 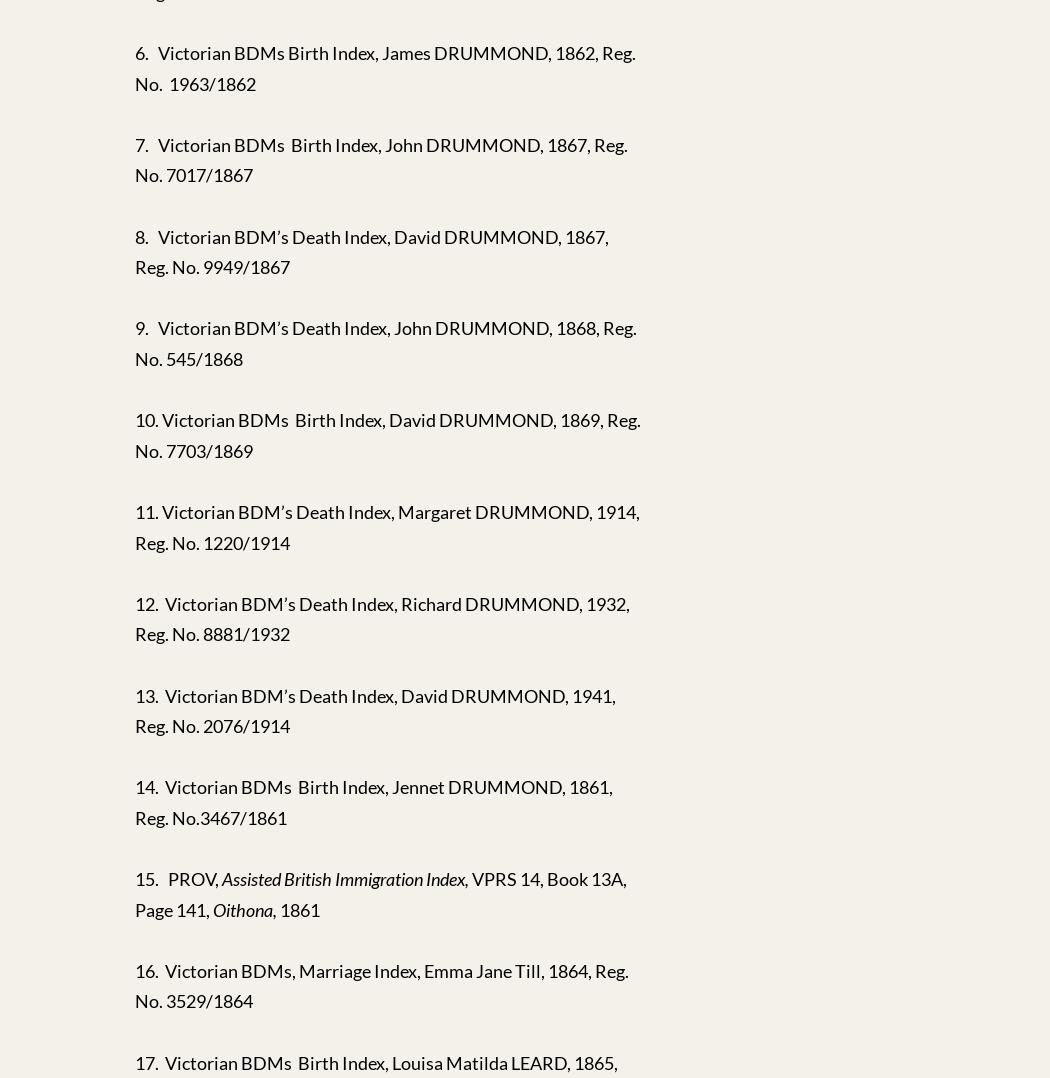 I want to click on '12.  Victorian BDM’s Death Index, Richard DRUMMOND, 1932, Reg. No. 8881/1932', so click(x=382, y=617).